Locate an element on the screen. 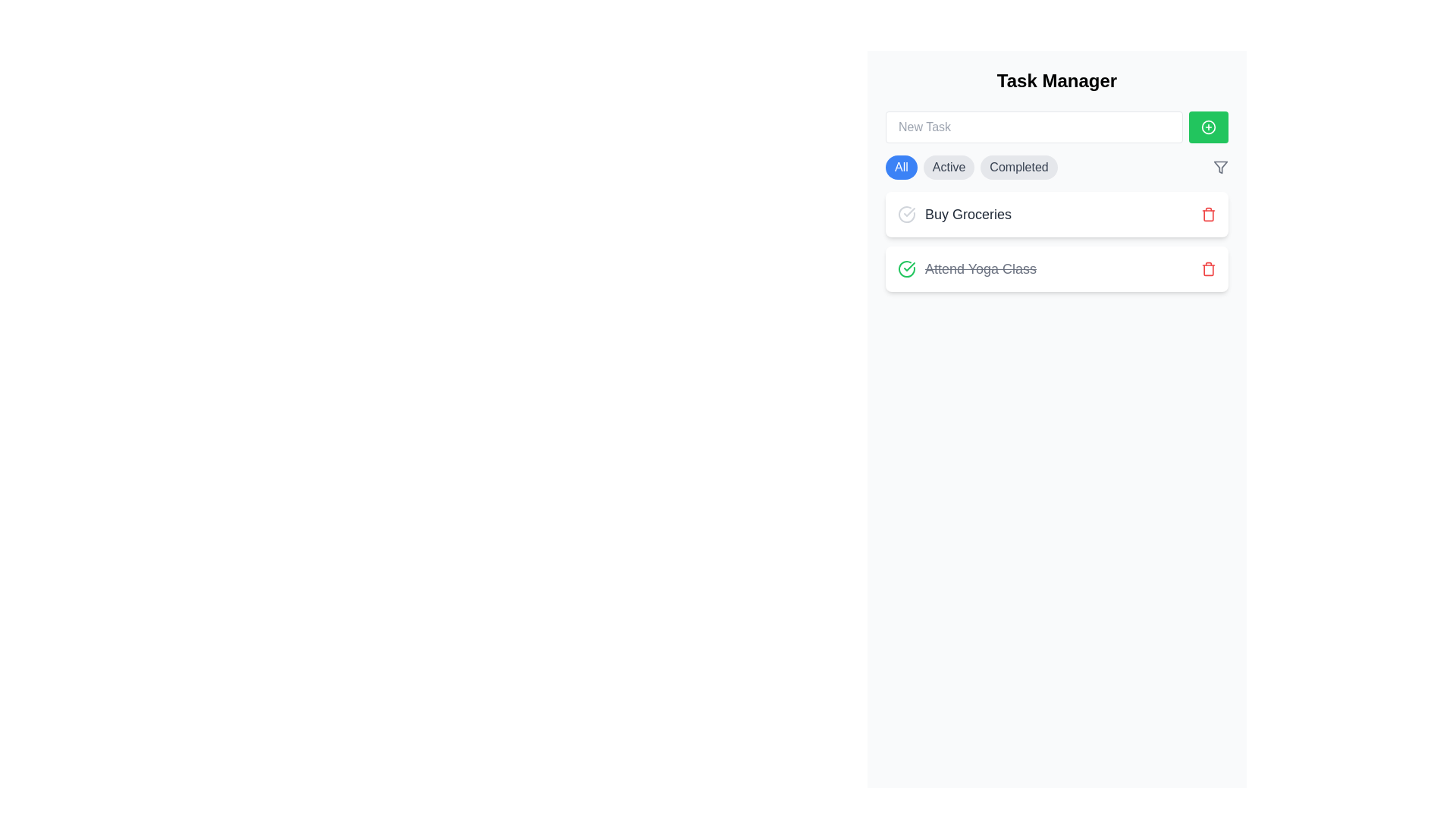 The width and height of the screenshot is (1456, 819). the filter icon located at the top-right corner of the interface, next to the green plus button, which allows users to manage filters for tasks in the task manager is located at coordinates (1220, 167).